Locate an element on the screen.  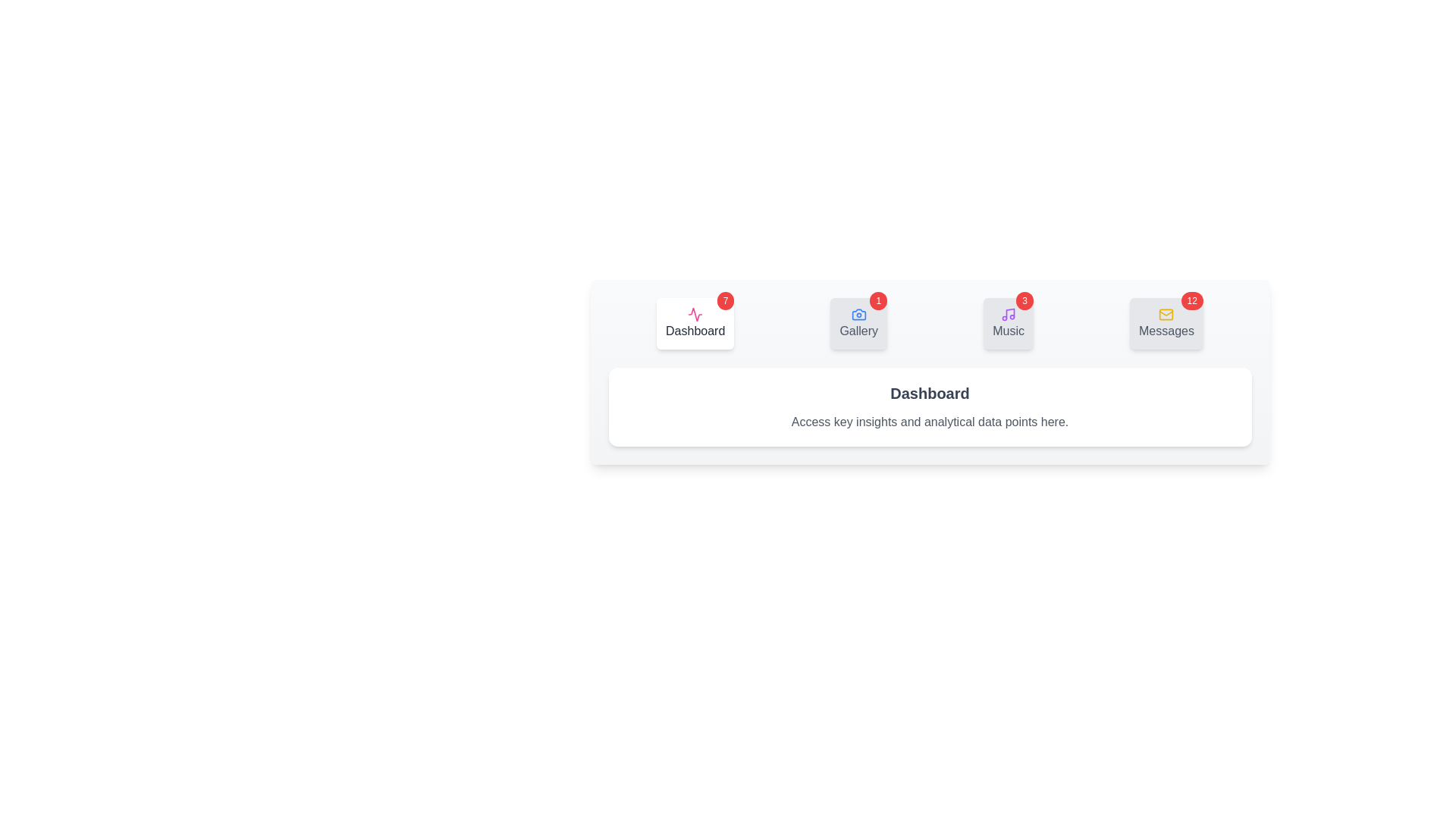
the tab labeled Gallery to view its content is located at coordinates (858, 323).